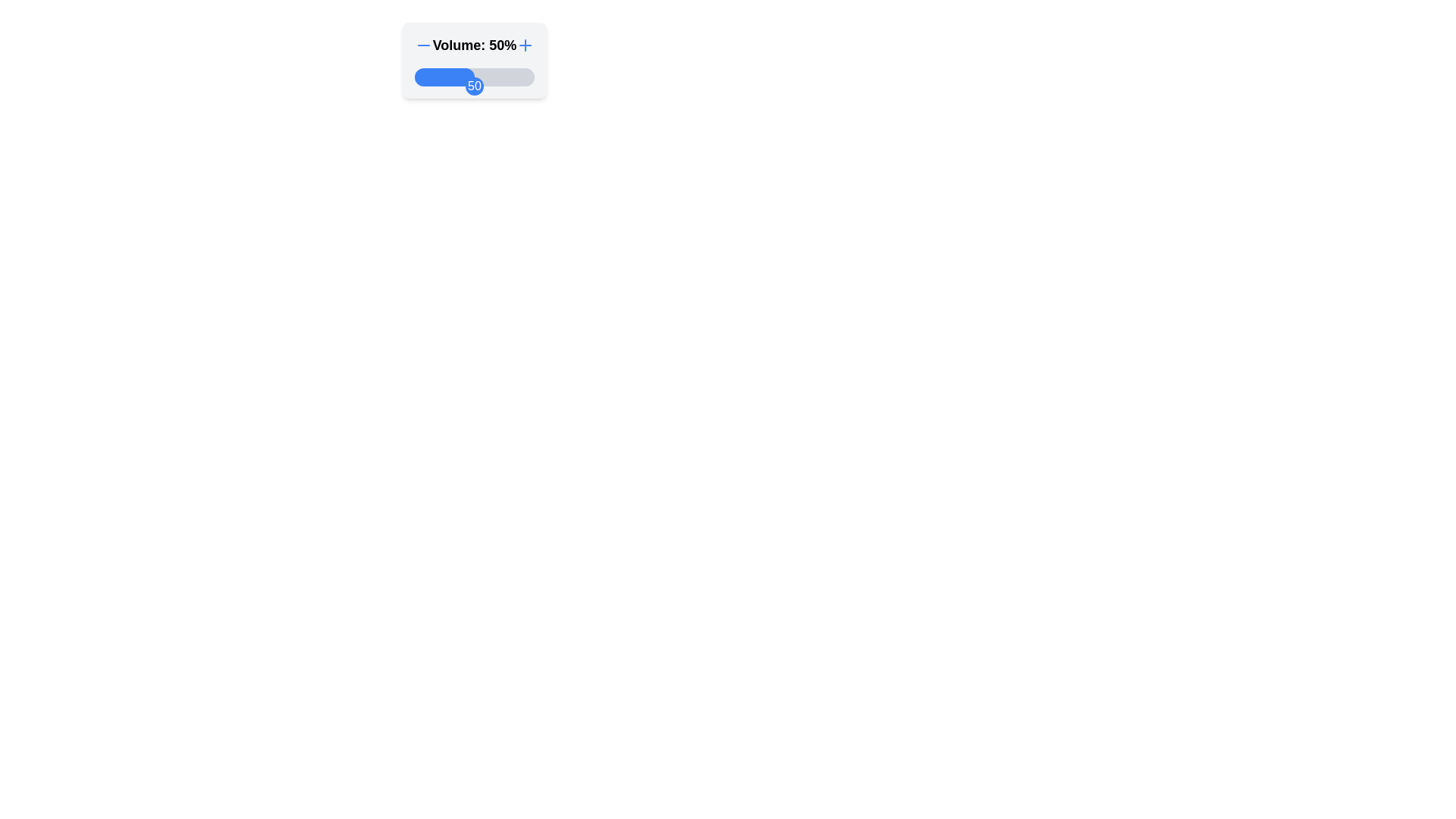  What do you see at coordinates (494, 77) in the screenshot?
I see `the slider` at bounding box center [494, 77].